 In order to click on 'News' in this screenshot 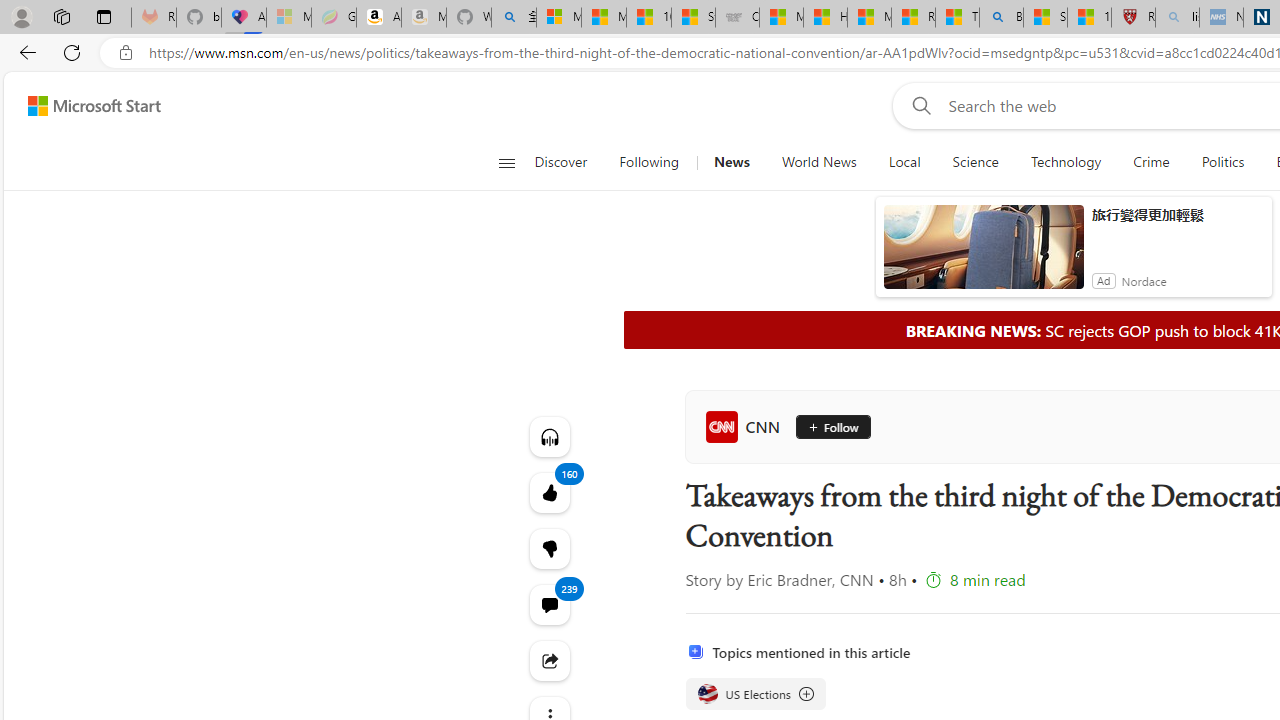, I will do `click(730, 162)`.